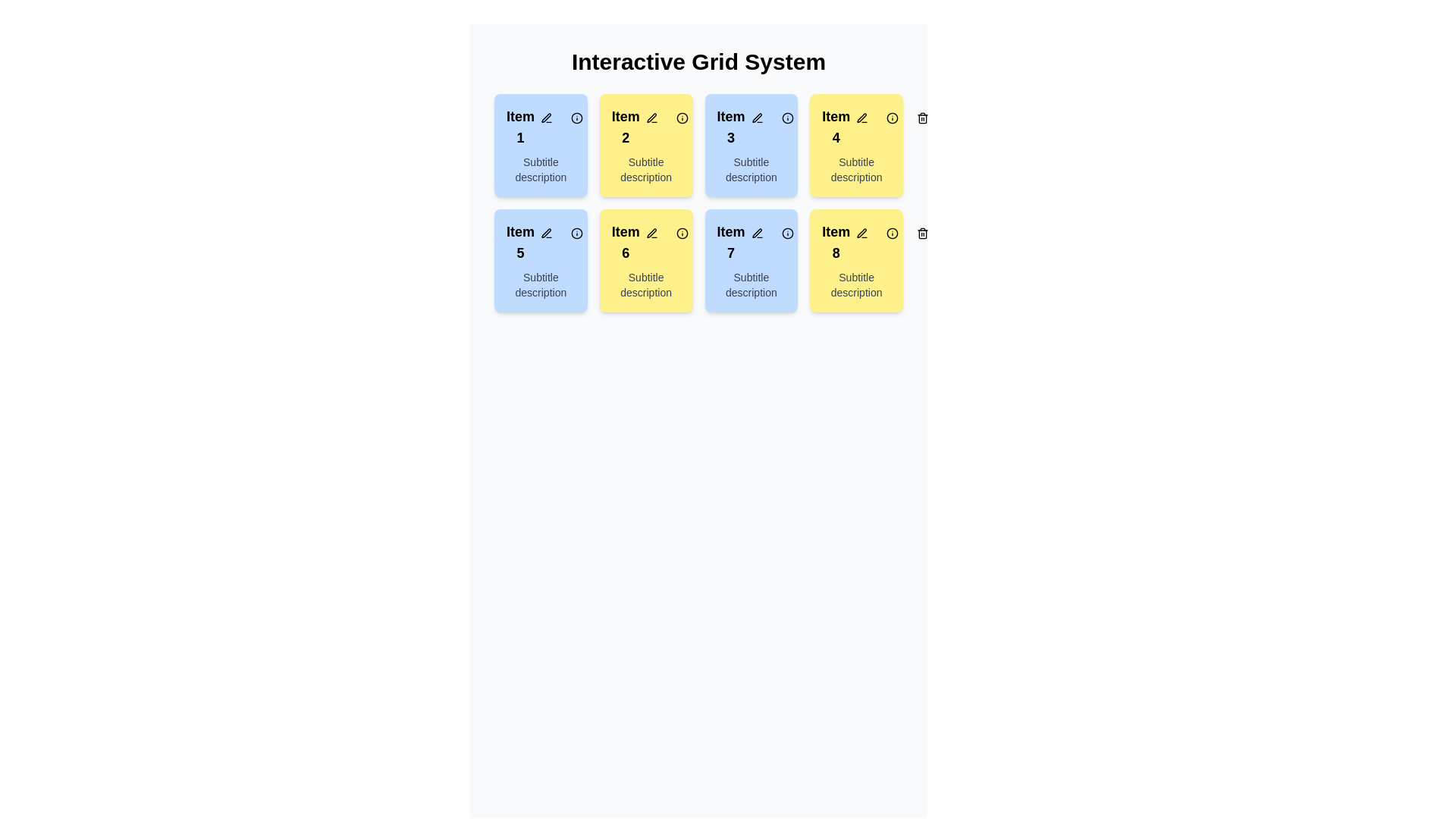 This screenshot has width=1456, height=819. I want to click on the text label displaying 'Item 6', so click(626, 242).